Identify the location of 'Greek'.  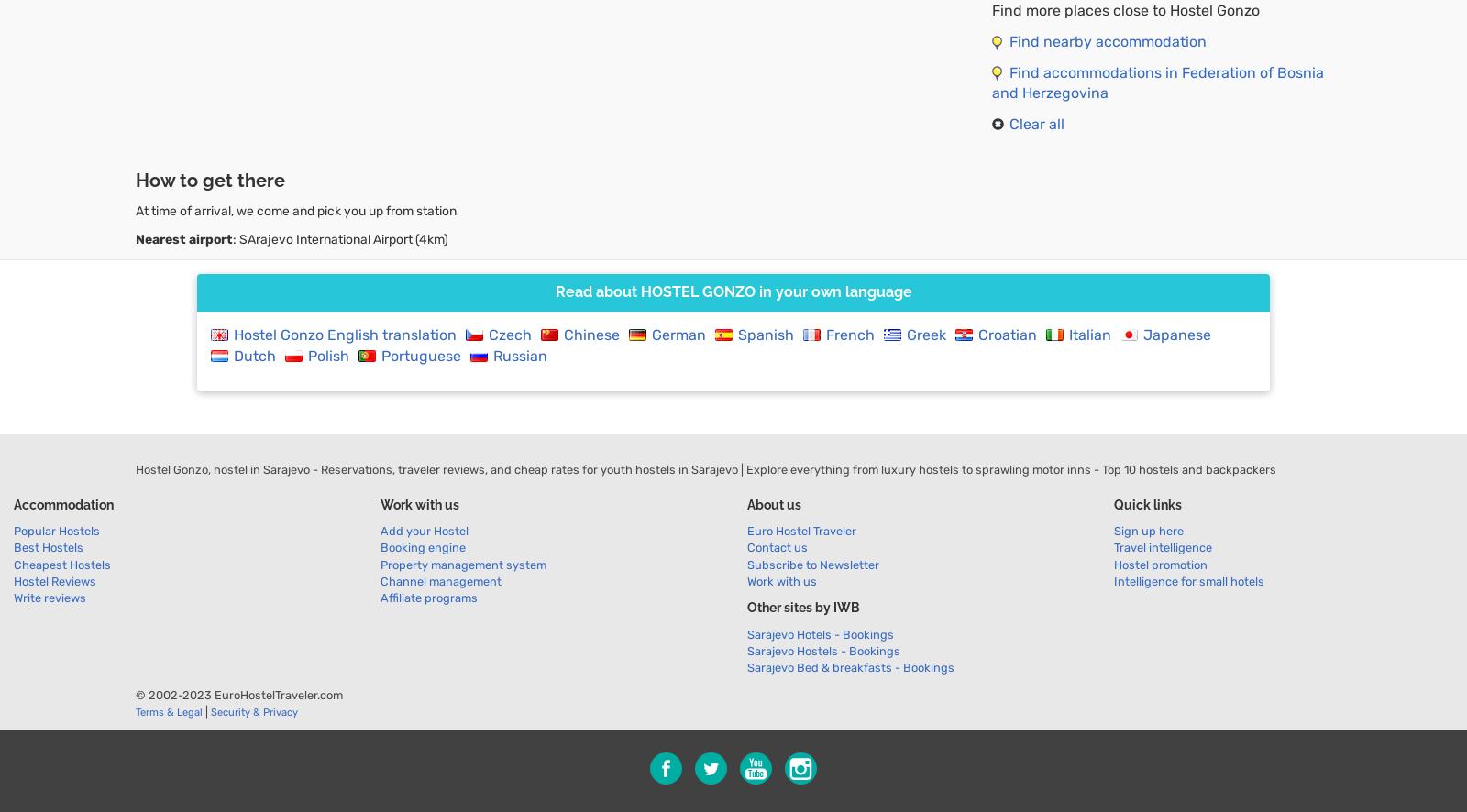
(926, 334).